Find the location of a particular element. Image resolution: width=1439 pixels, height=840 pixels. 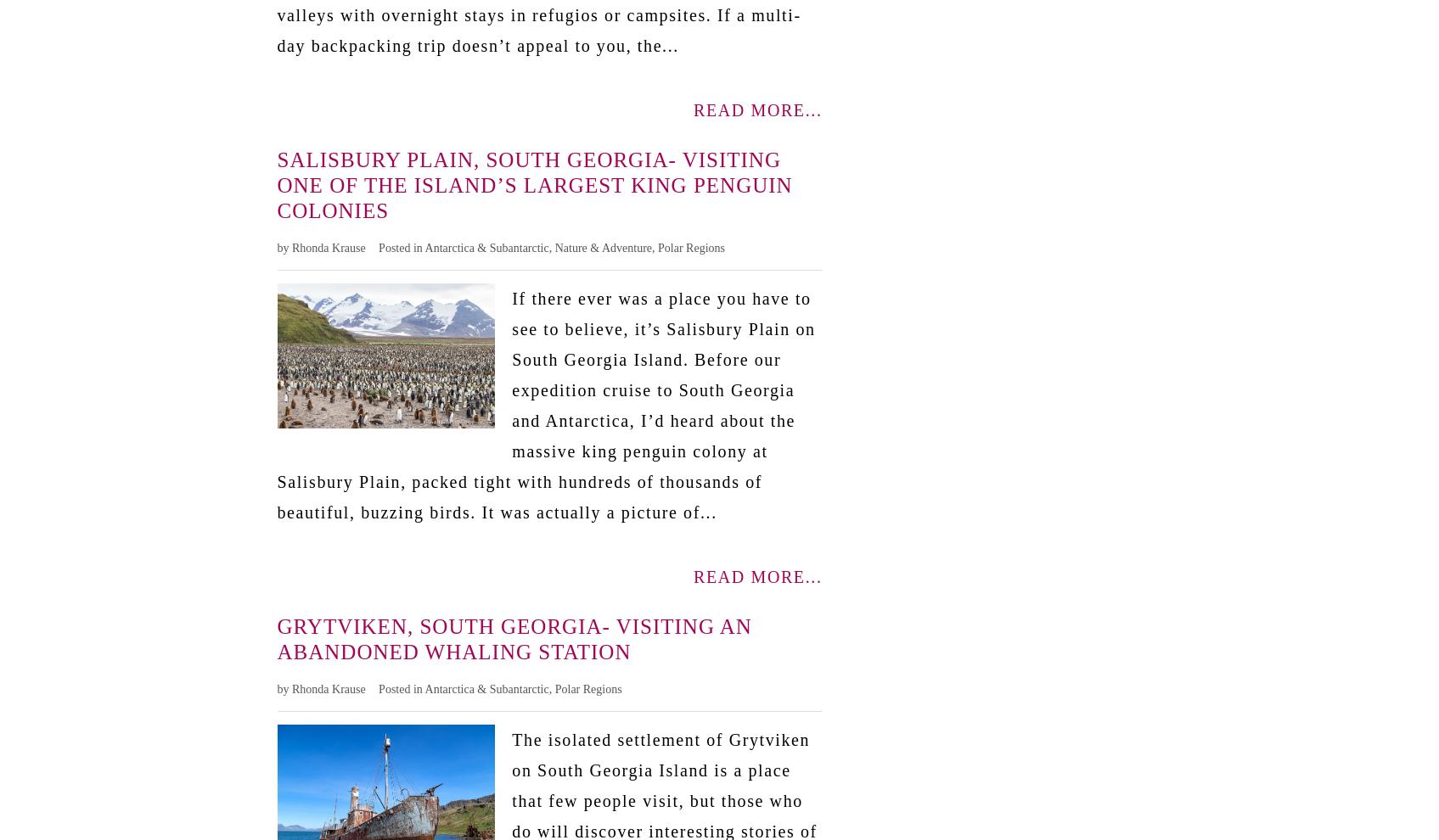

'If there ever was a place you have to see to believe, it’s Salisbury Plain on South Georgia Island. Before our expedition cruise to South Georgia and Antarctica, I’d heard about the massive king penguin colony at Salisbury Plain, packed tight with hundreds of thousands of beautiful, buzzing birds. It was actually a picture of...' is located at coordinates (545, 404).